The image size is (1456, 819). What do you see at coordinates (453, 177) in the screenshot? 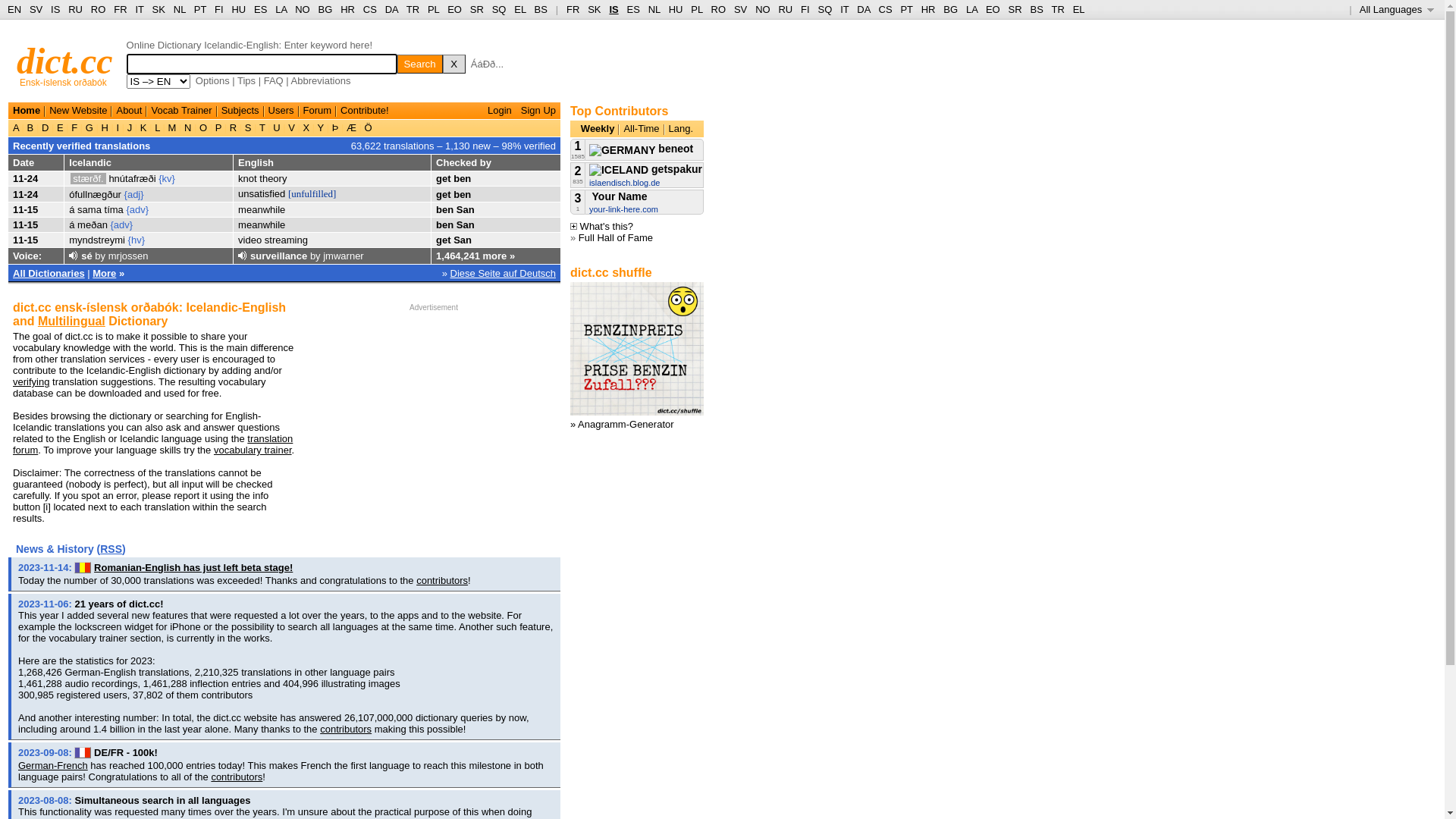
I see `'ben'` at bounding box center [453, 177].